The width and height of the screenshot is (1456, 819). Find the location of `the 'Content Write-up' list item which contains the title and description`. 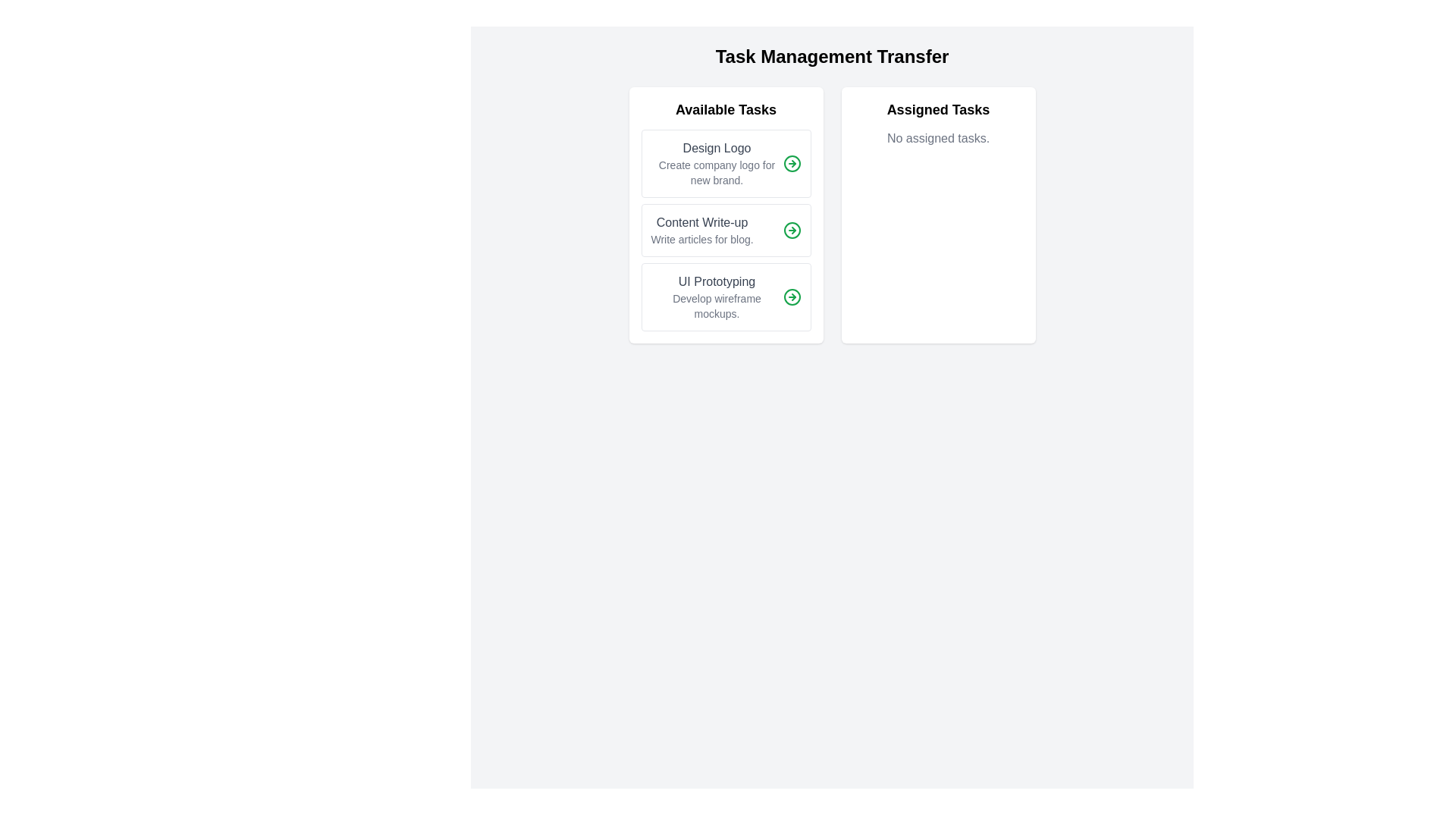

the 'Content Write-up' list item which contains the title and description is located at coordinates (725, 231).